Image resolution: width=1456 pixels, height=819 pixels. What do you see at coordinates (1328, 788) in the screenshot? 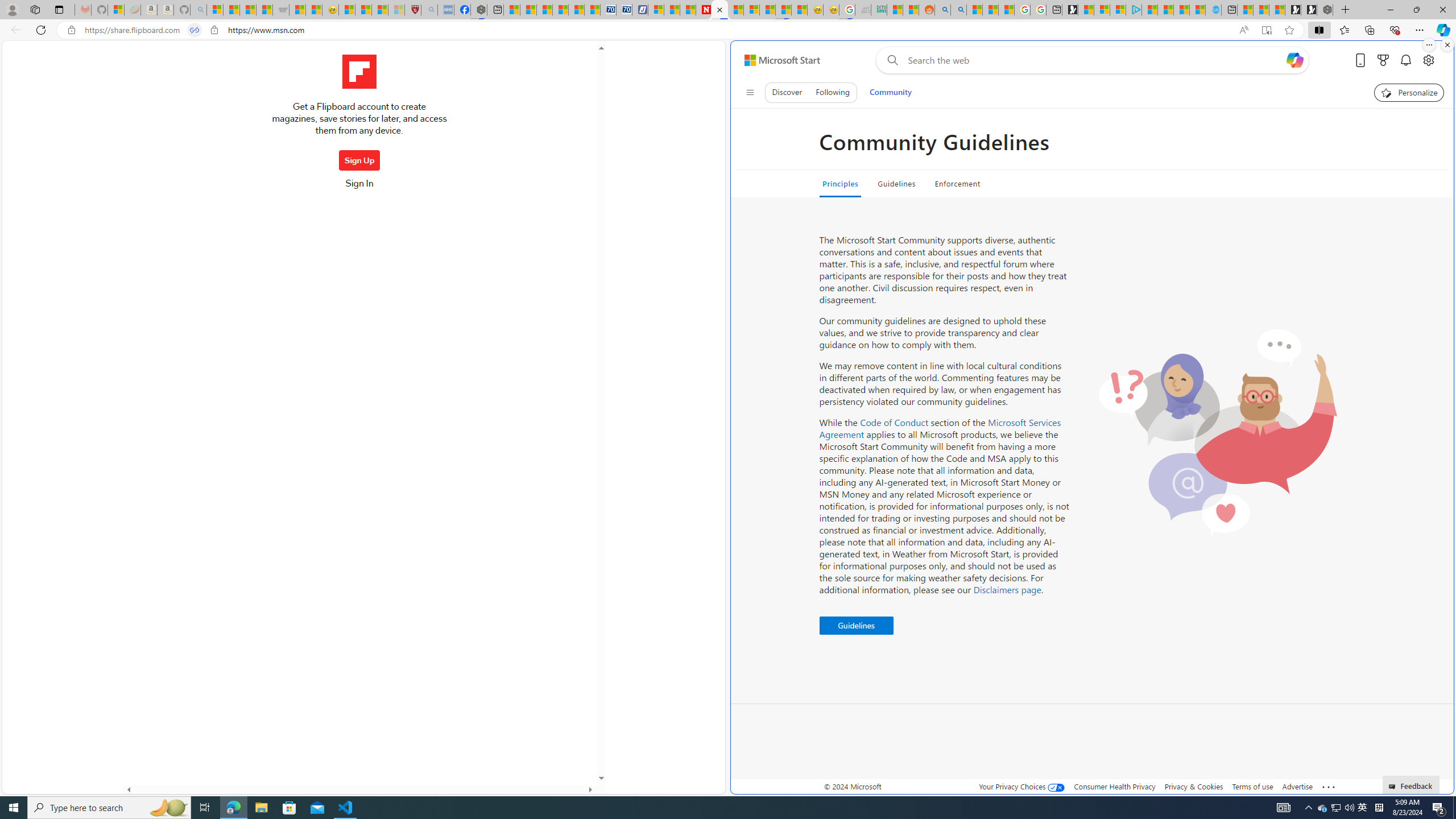
I see `'See more'` at bounding box center [1328, 788].